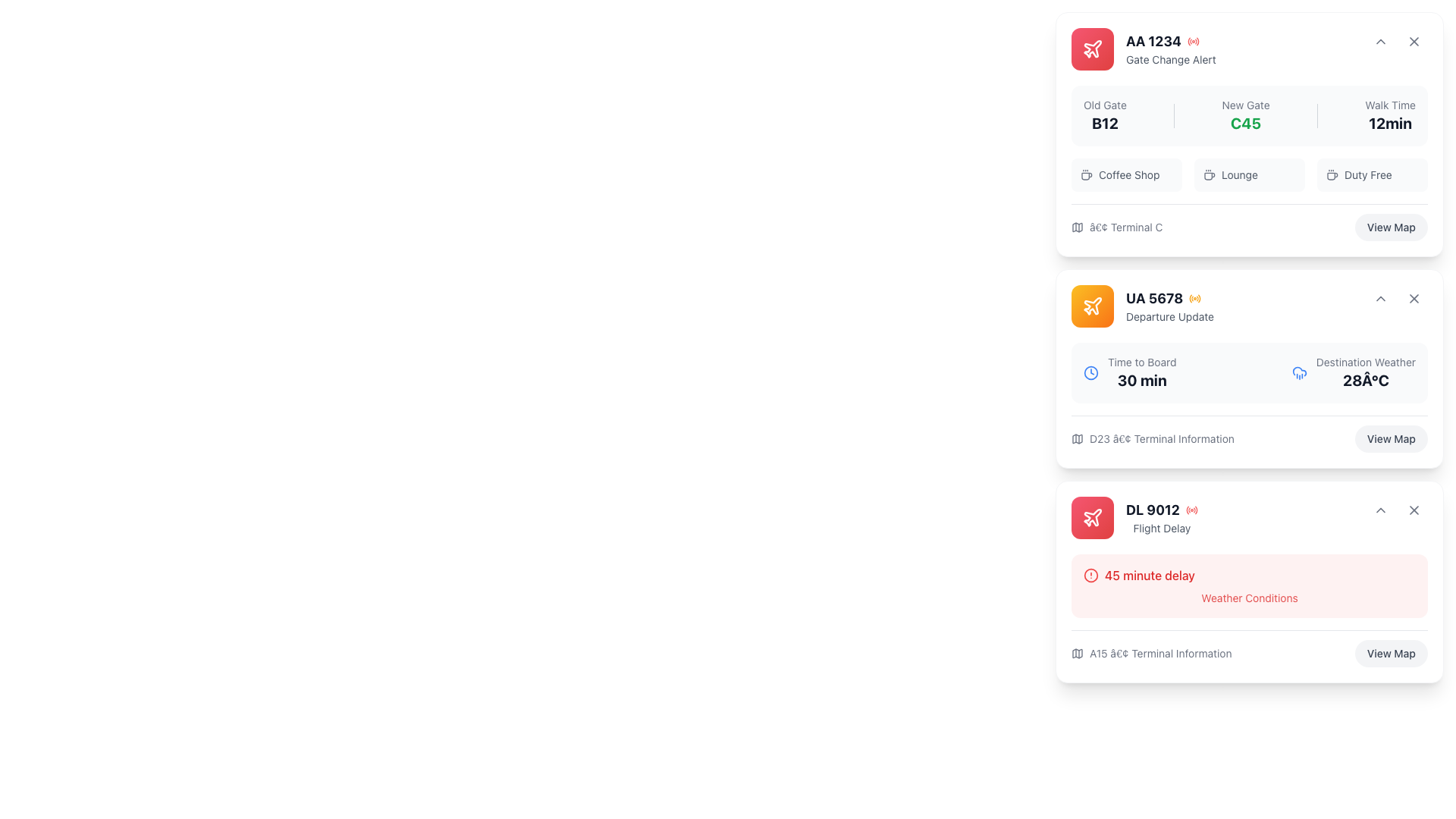  What do you see at coordinates (1298, 373) in the screenshot?
I see `the visual content of the cloud icon with rain drops, which is styled in blue and located adjacent to the text 'Destination Weather 28°C' in the second card from the top` at bounding box center [1298, 373].